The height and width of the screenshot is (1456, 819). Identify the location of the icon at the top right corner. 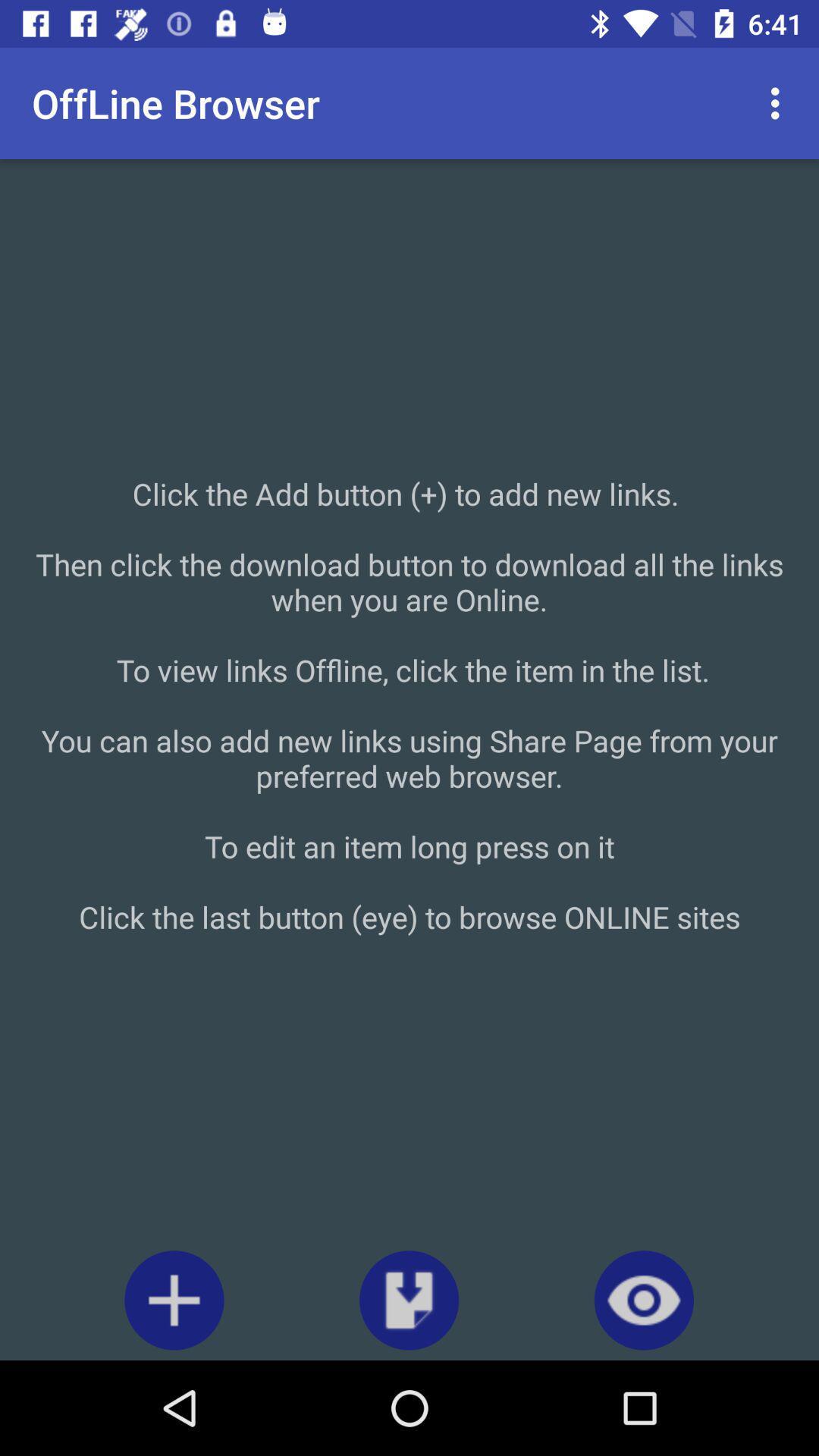
(779, 102).